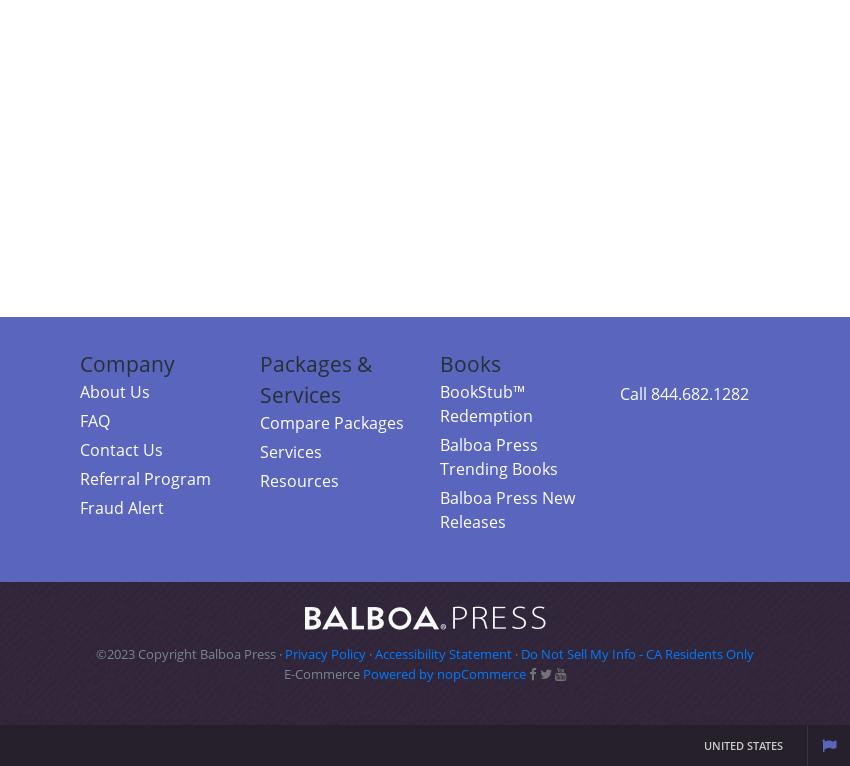 The image size is (850, 766). What do you see at coordinates (145, 477) in the screenshot?
I see `'Referral Program'` at bounding box center [145, 477].